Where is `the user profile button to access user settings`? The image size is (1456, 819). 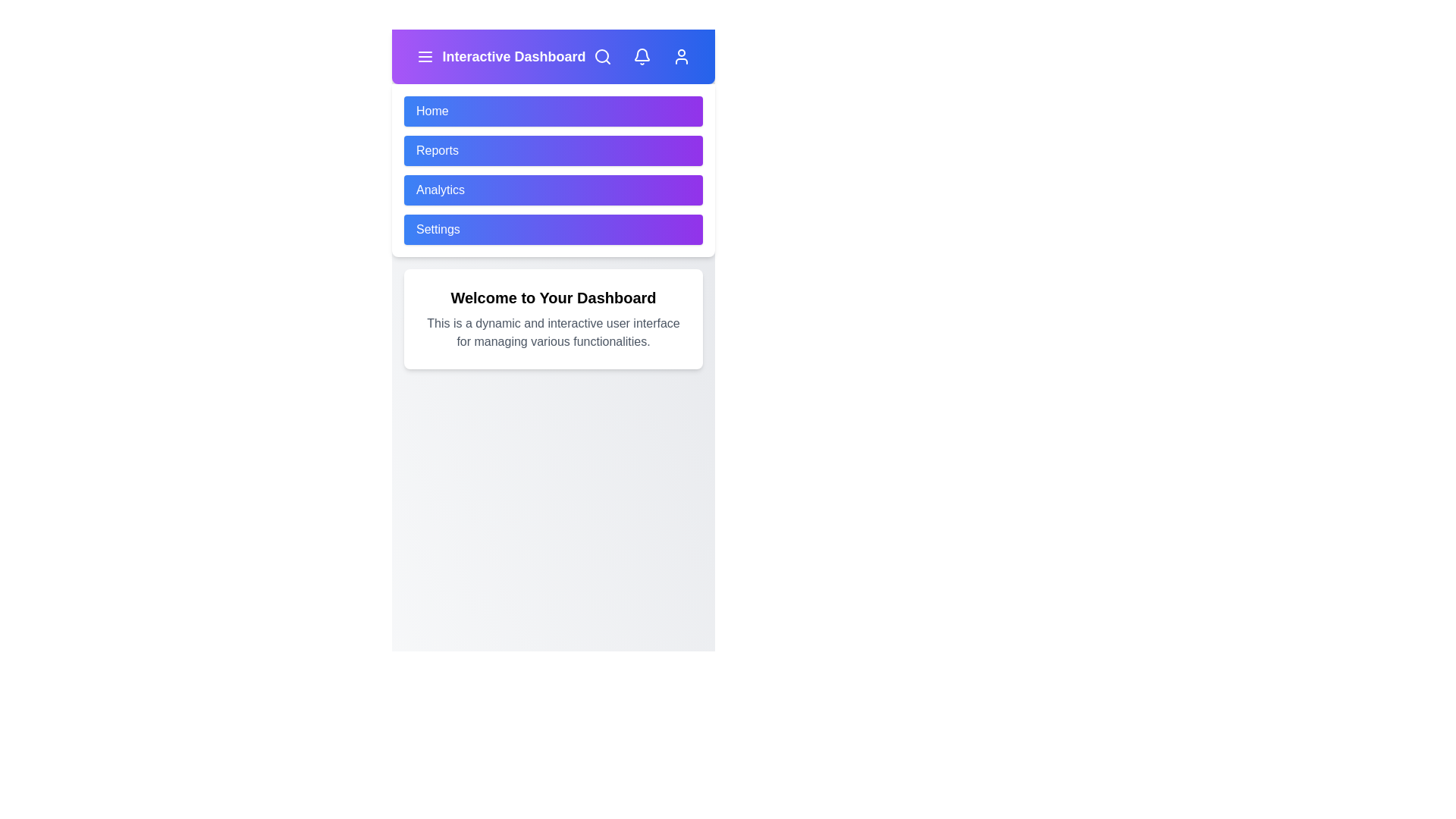 the user profile button to access user settings is located at coordinates (680, 55).